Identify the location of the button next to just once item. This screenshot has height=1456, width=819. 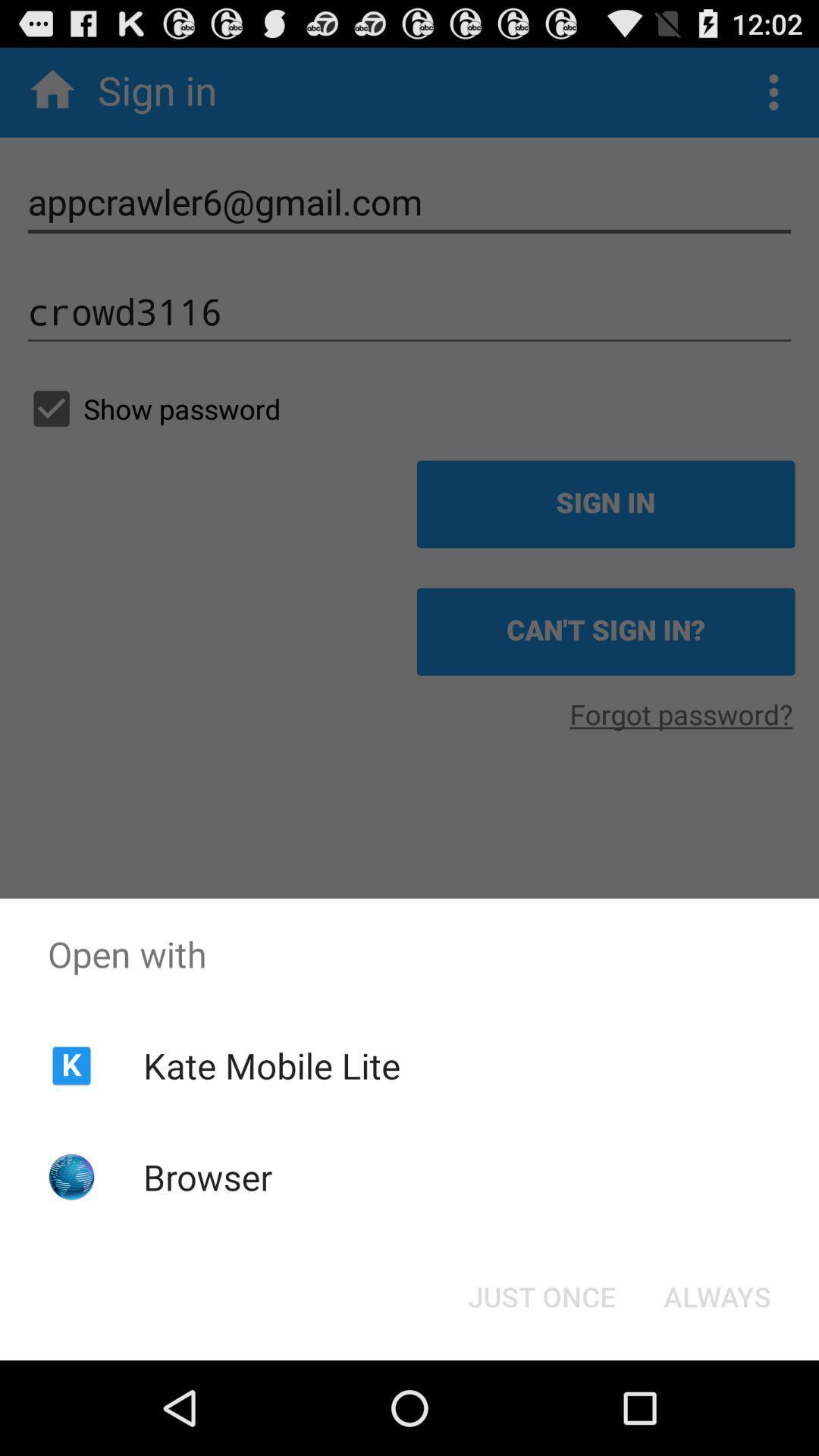
(717, 1295).